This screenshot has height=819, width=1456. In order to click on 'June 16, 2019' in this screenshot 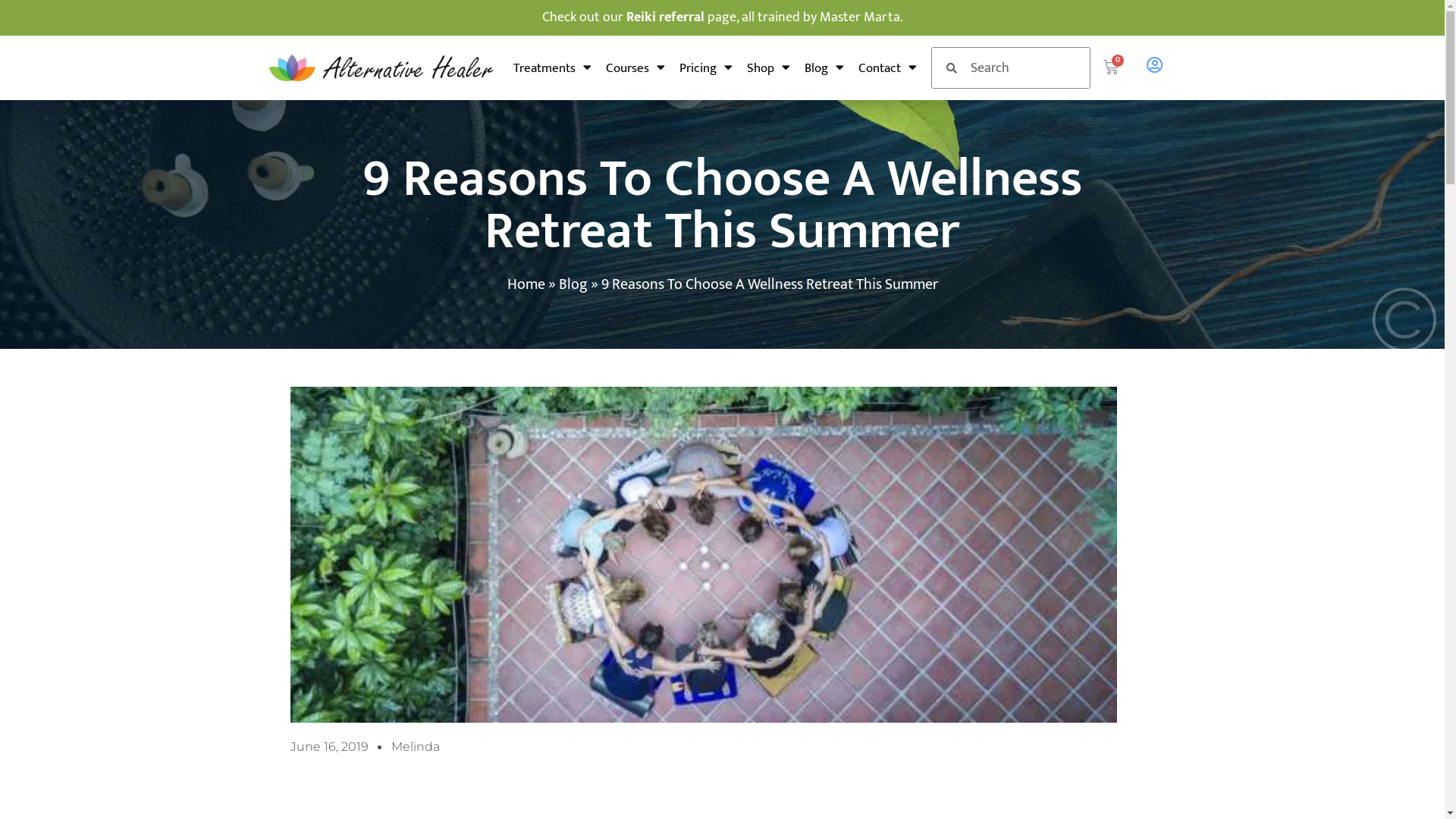, I will do `click(328, 745)`.